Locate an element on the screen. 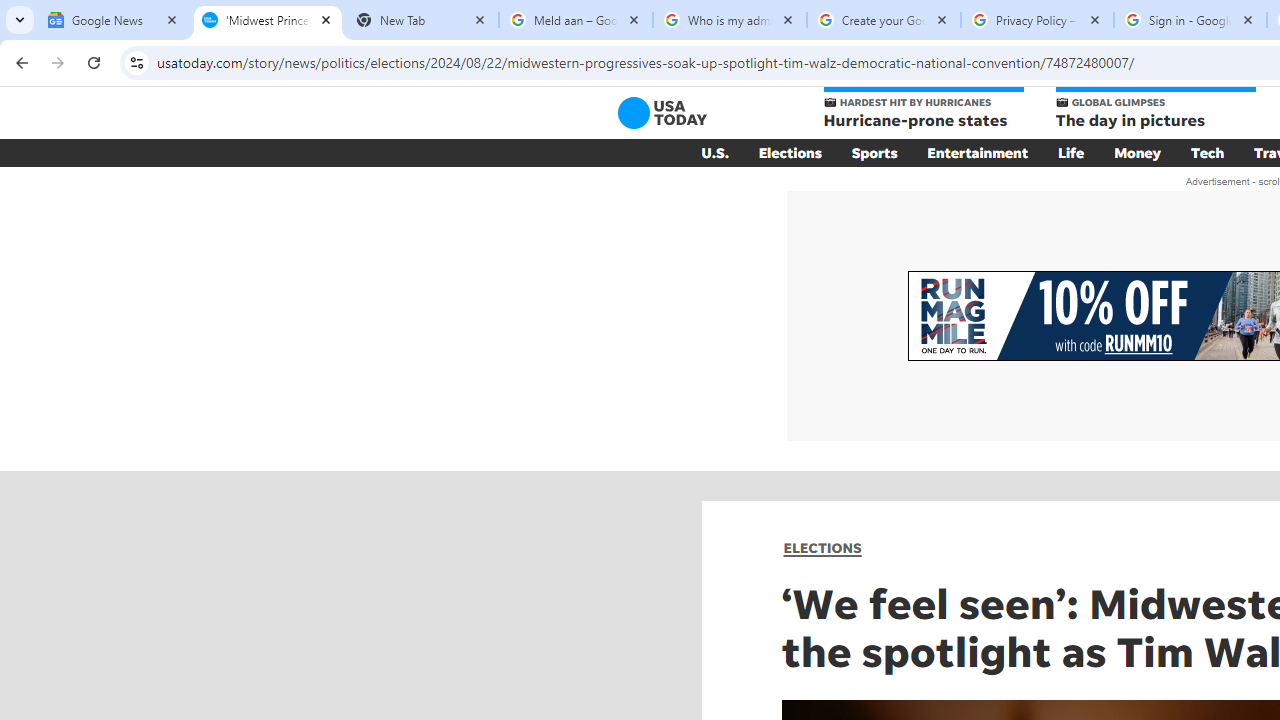  'Sign in - Google Accounts' is located at coordinates (1190, 20).